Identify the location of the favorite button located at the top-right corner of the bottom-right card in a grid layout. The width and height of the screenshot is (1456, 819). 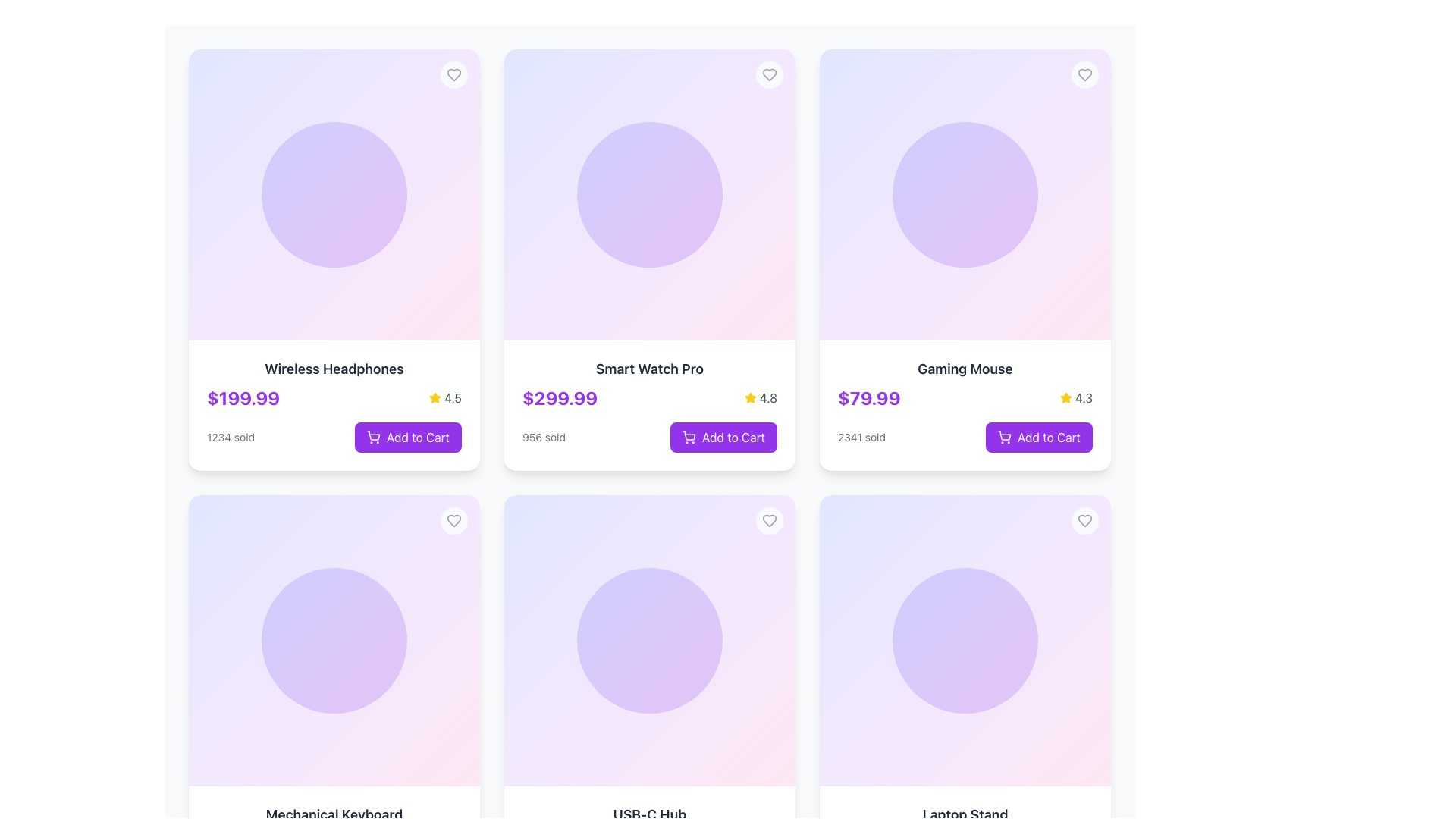
(1084, 519).